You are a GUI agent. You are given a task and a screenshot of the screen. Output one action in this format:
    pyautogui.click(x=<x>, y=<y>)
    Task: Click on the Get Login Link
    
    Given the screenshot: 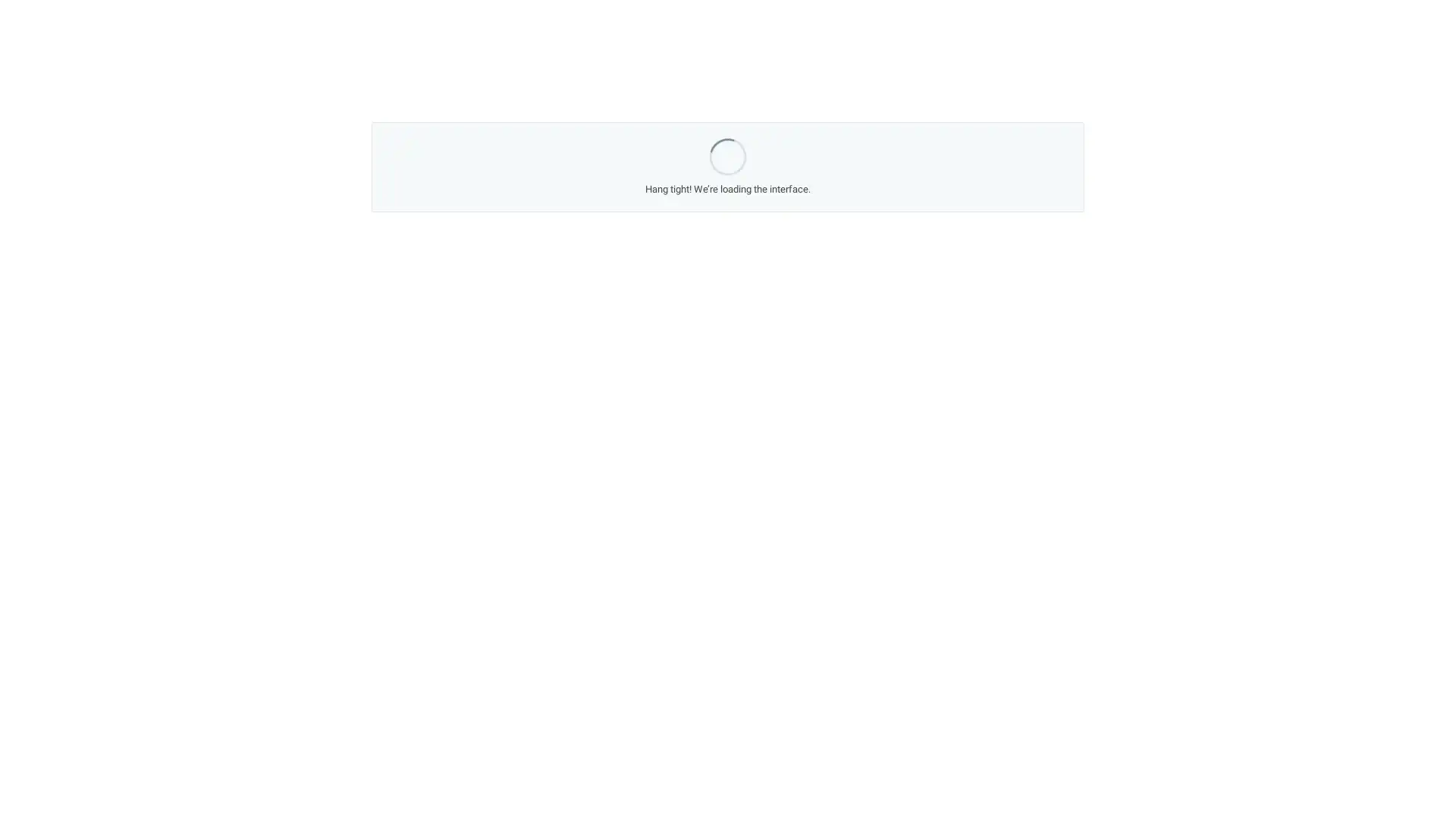 What is the action you would take?
    pyautogui.click(x=511, y=327)
    